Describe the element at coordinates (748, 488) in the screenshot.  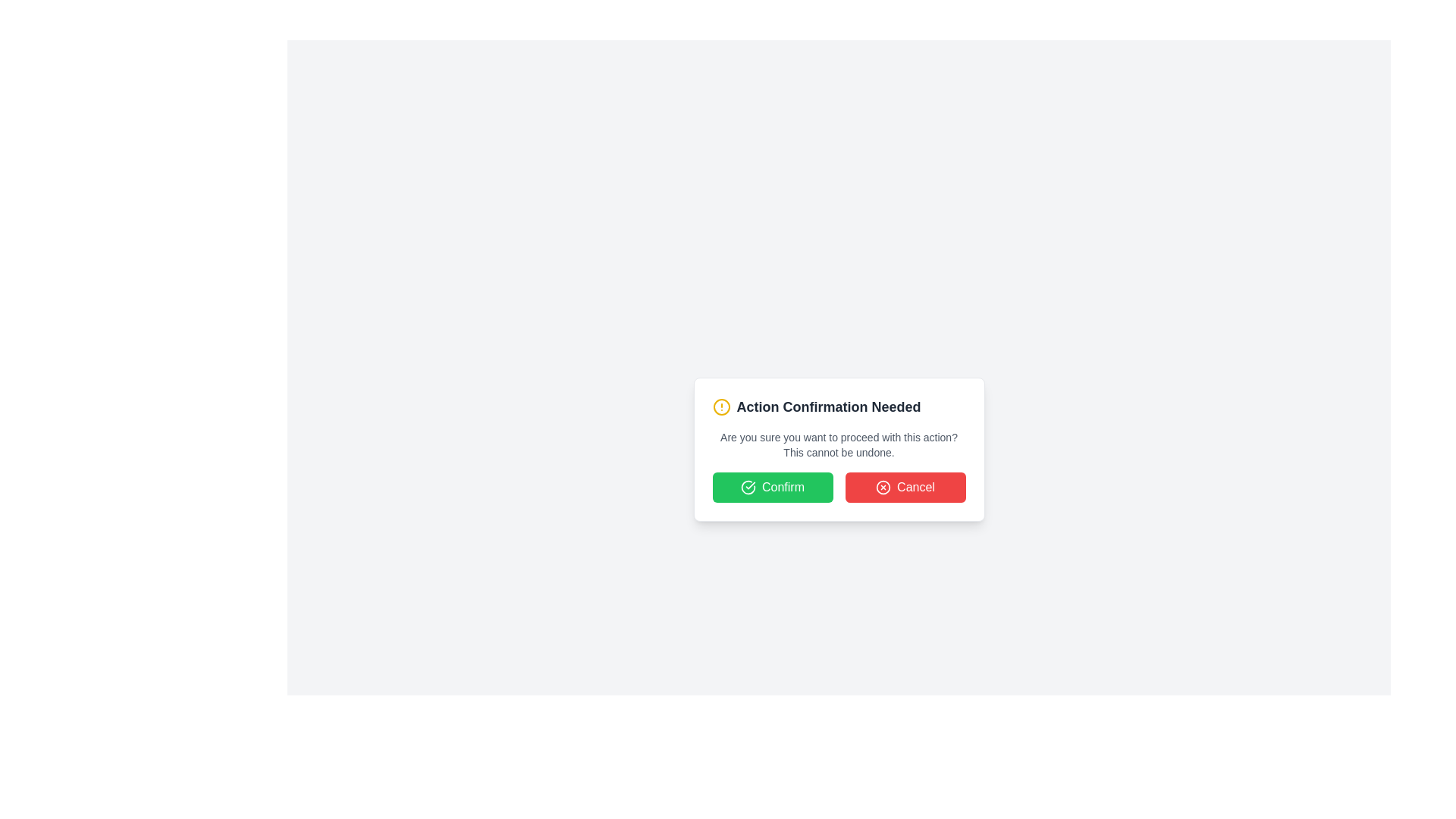
I see `the confirmation indicator icon located to the left of the 'Confirm' text within the green button in the dialog box` at that location.